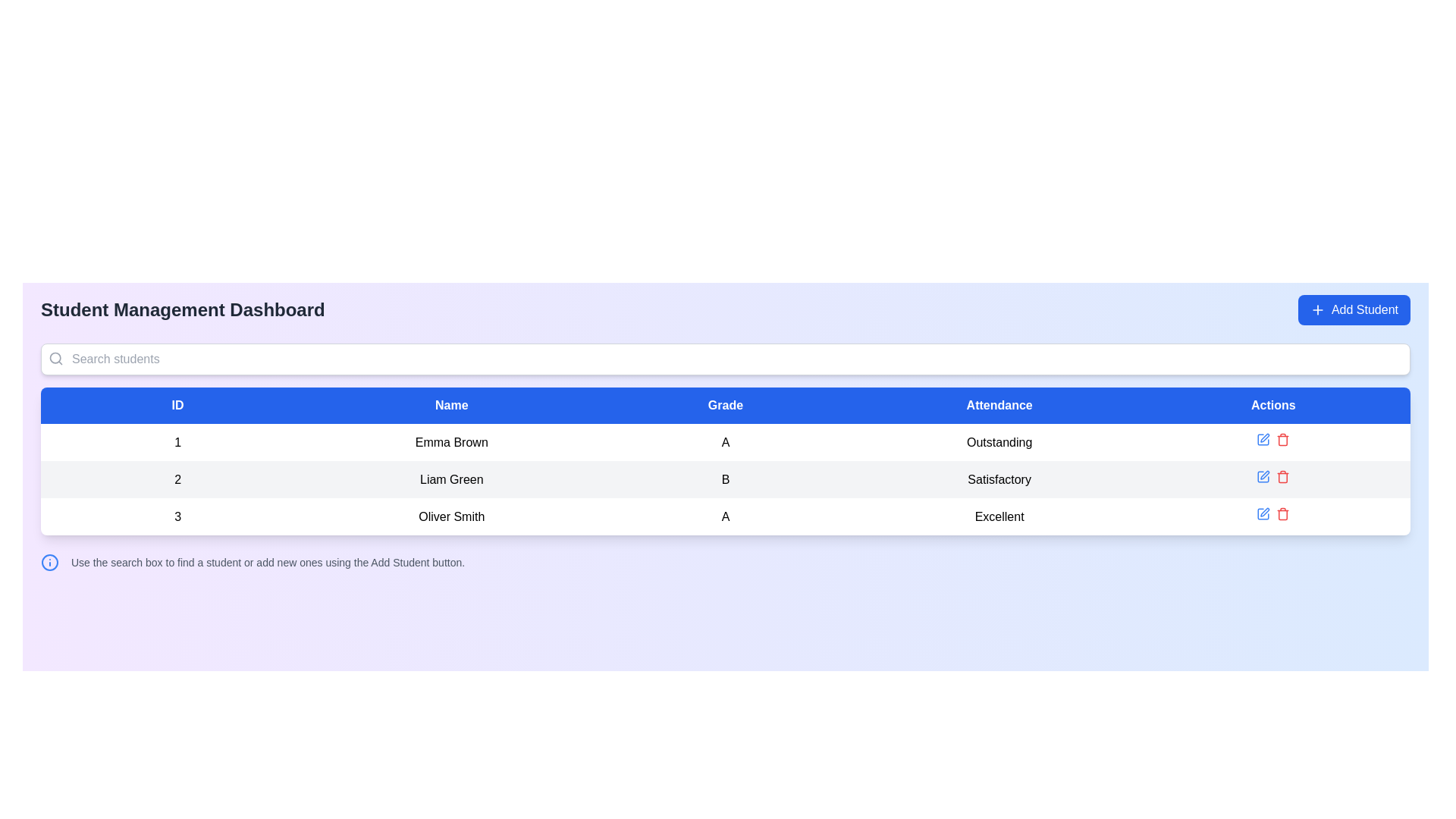  I want to click on the 'Satisfactory' label in the Attendance column associated with 'Liam Green' in the student management table, so click(999, 479).